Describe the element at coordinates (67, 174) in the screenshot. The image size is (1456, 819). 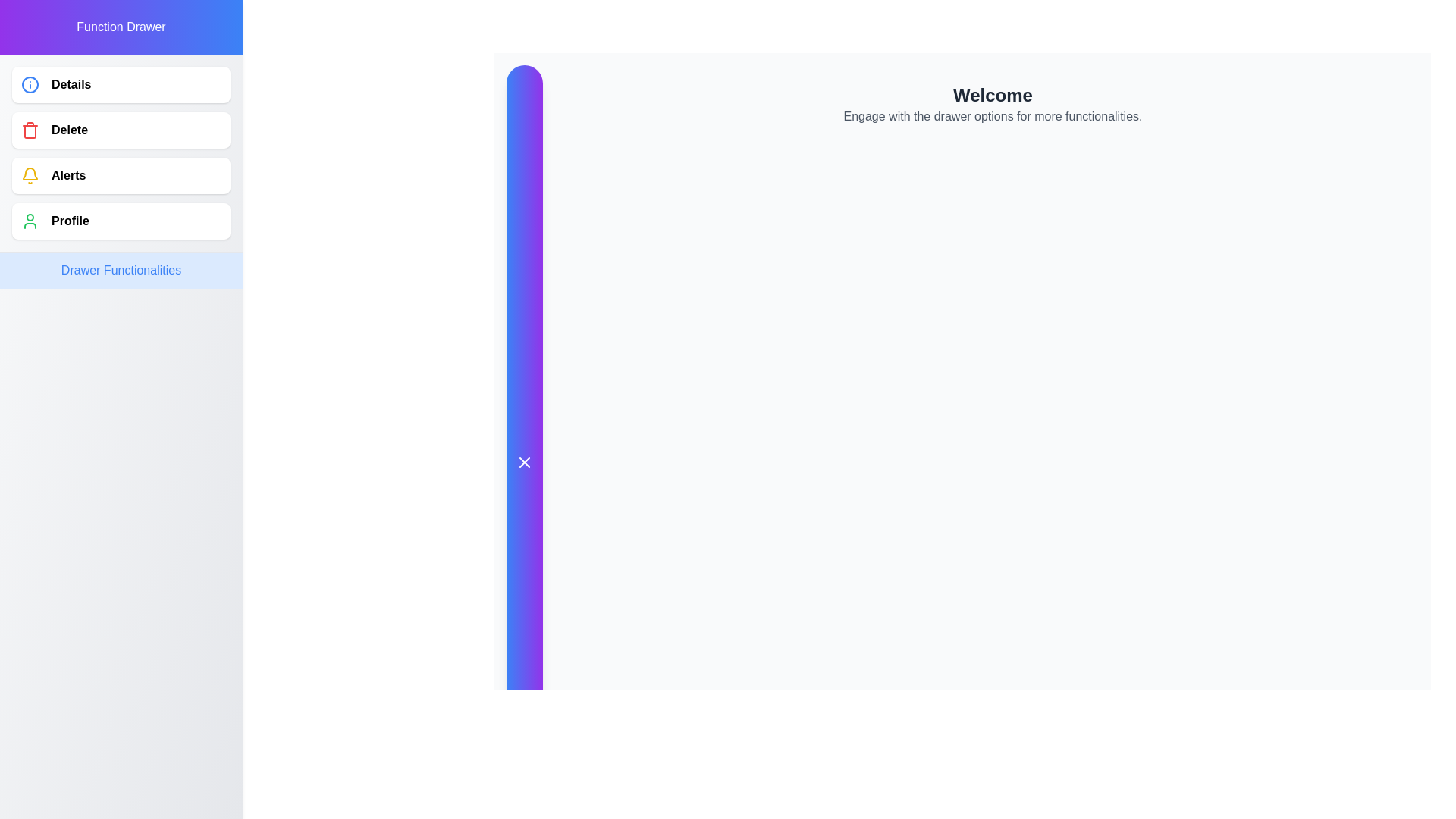
I see `the 'Alerts' text label located in the left-aligned drawer menu, positioned below the 'Delete' option and above the 'Profile' option, for contextual information` at that location.